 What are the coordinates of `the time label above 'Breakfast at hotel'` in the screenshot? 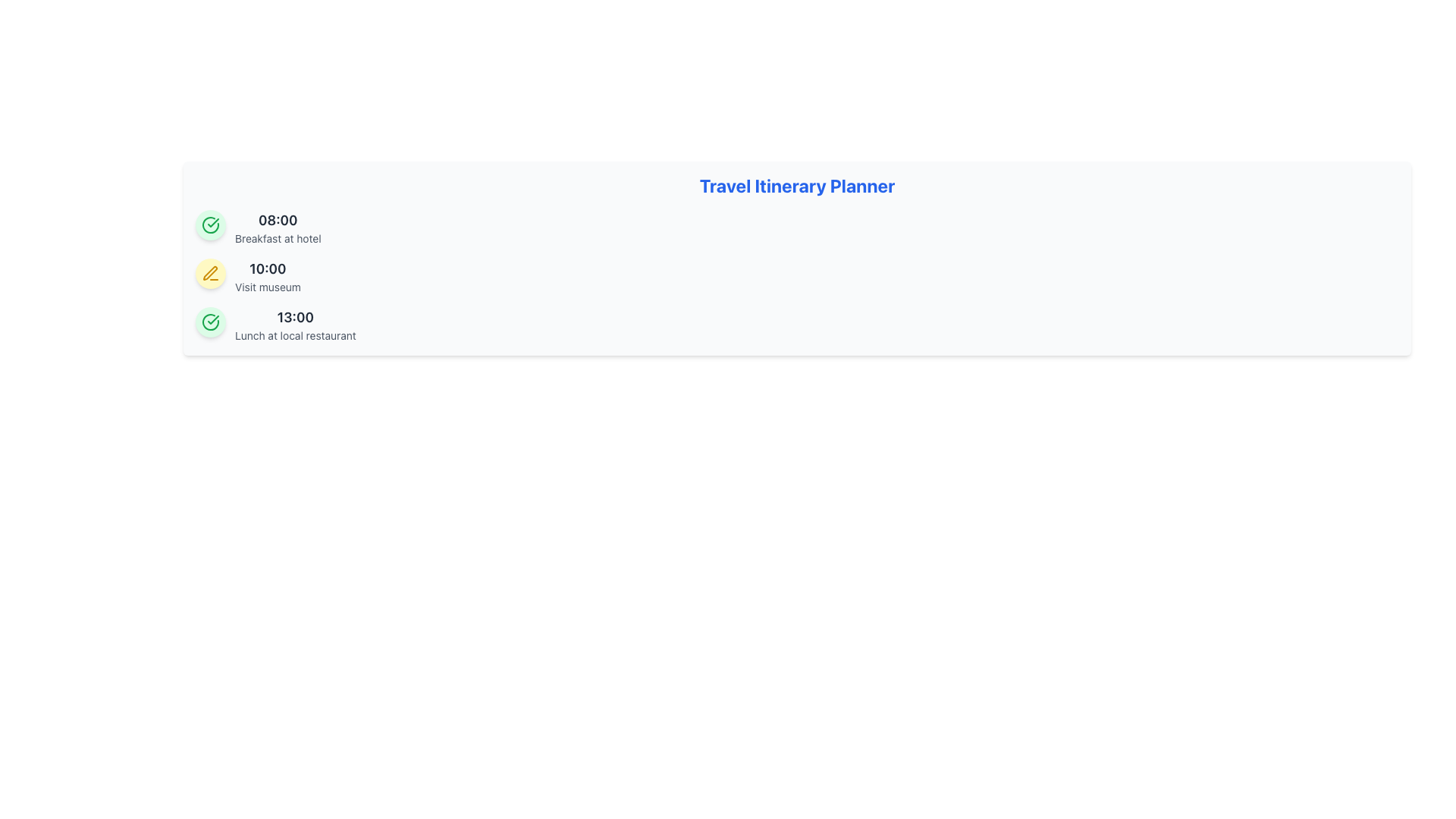 It's located at (278, 220).